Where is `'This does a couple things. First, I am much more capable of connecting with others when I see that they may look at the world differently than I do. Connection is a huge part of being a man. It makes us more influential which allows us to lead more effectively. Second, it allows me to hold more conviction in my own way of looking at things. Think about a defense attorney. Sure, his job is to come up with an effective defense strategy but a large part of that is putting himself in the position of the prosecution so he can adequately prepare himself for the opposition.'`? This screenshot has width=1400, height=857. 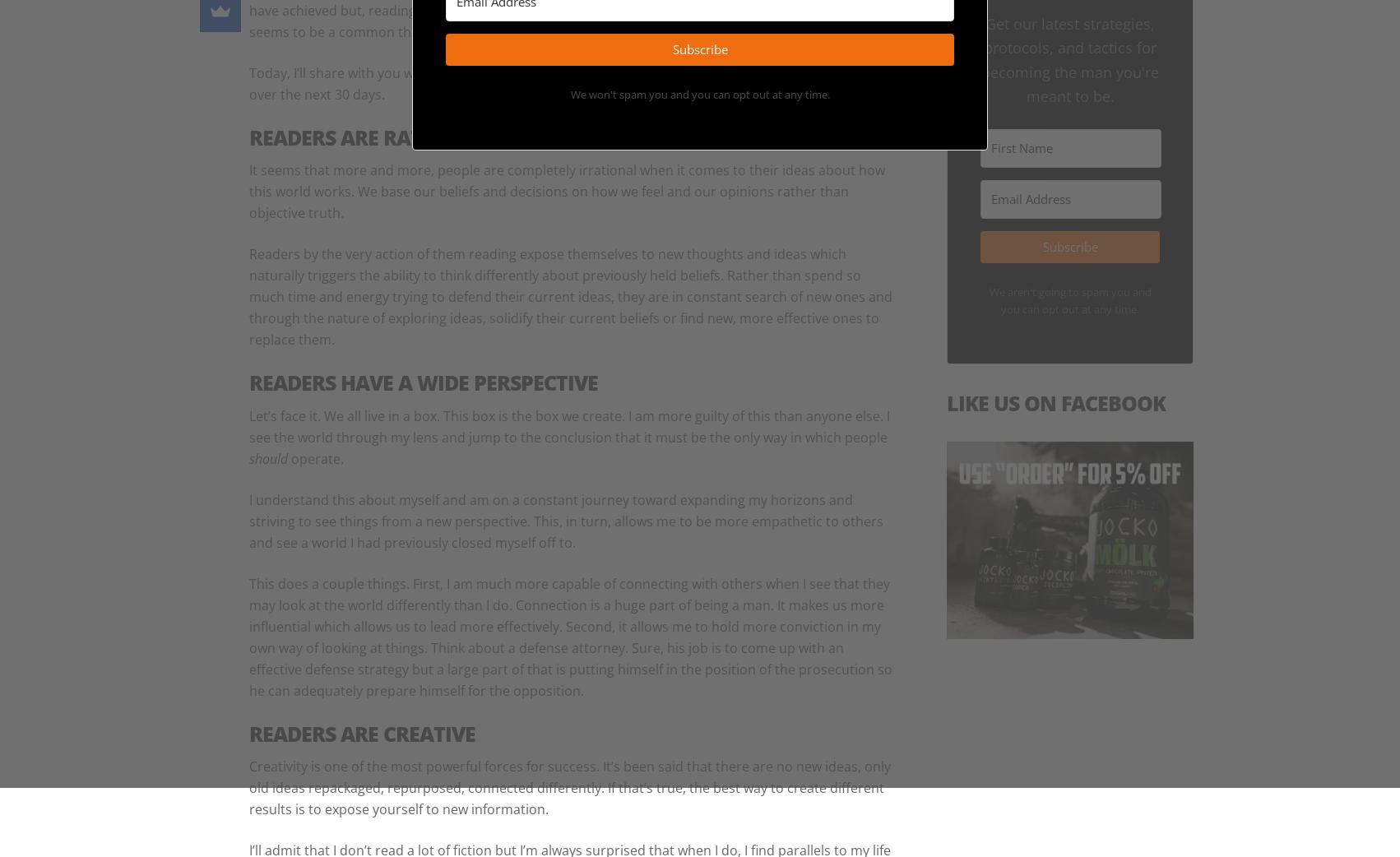
'This does a couple things. First, I am much more capable of connecting with others when I see that they may look at the world differently than I do. Connection is a huge part of being a man. It makes us more influential which allows us to lead more effectively. Second, it allows me to hold more conviction in my own way of looking at things. Think about a defense attorney. Sure, his job is to come up with an effective defense strategy but a large part of that is putting himself in the position of the prosecution so he can adequately prepare himself for the opposition.' is located at coordinates (248, 635).